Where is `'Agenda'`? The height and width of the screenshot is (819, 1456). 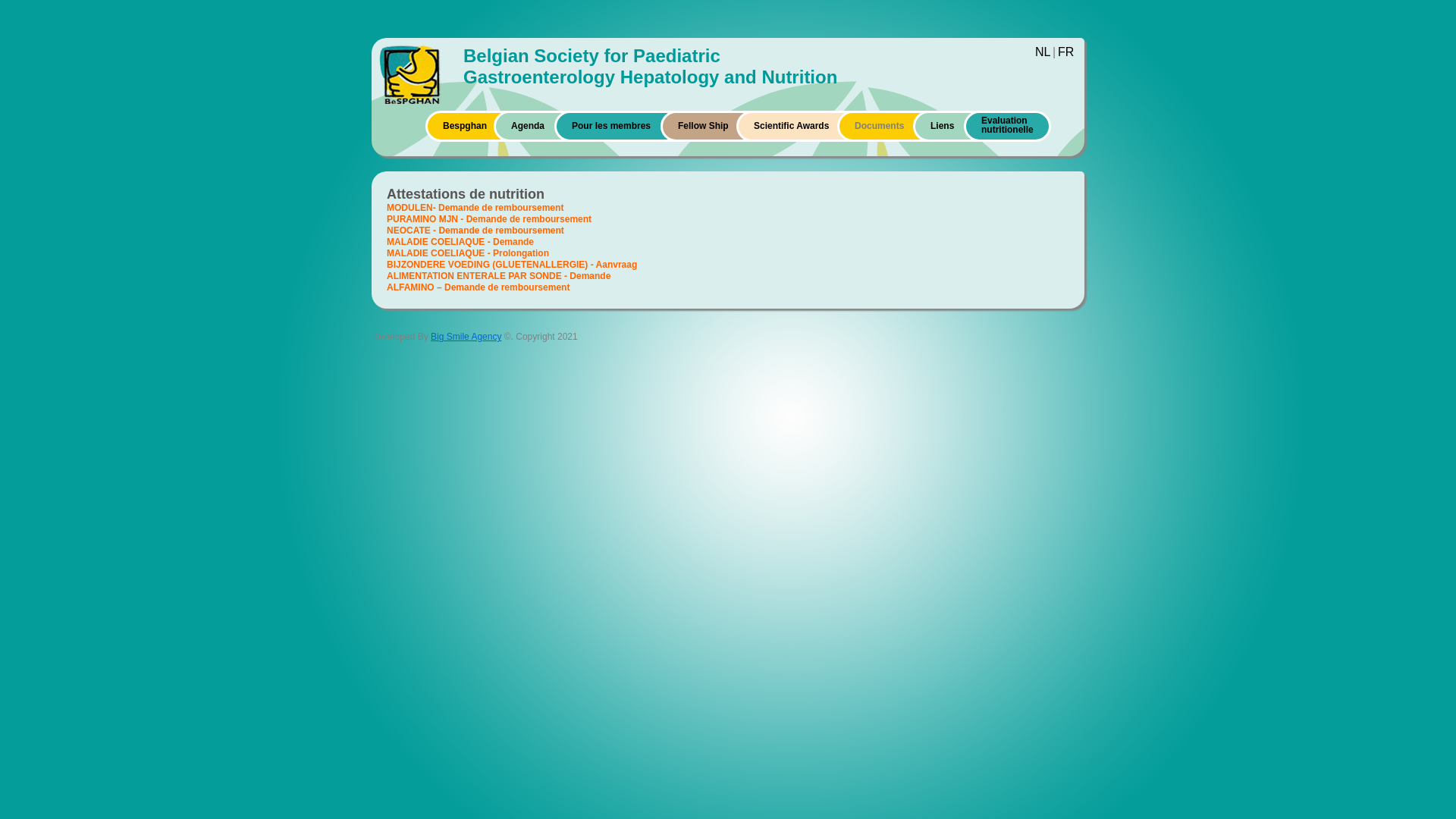 'Agenda' is located at coordinates (528, 124).